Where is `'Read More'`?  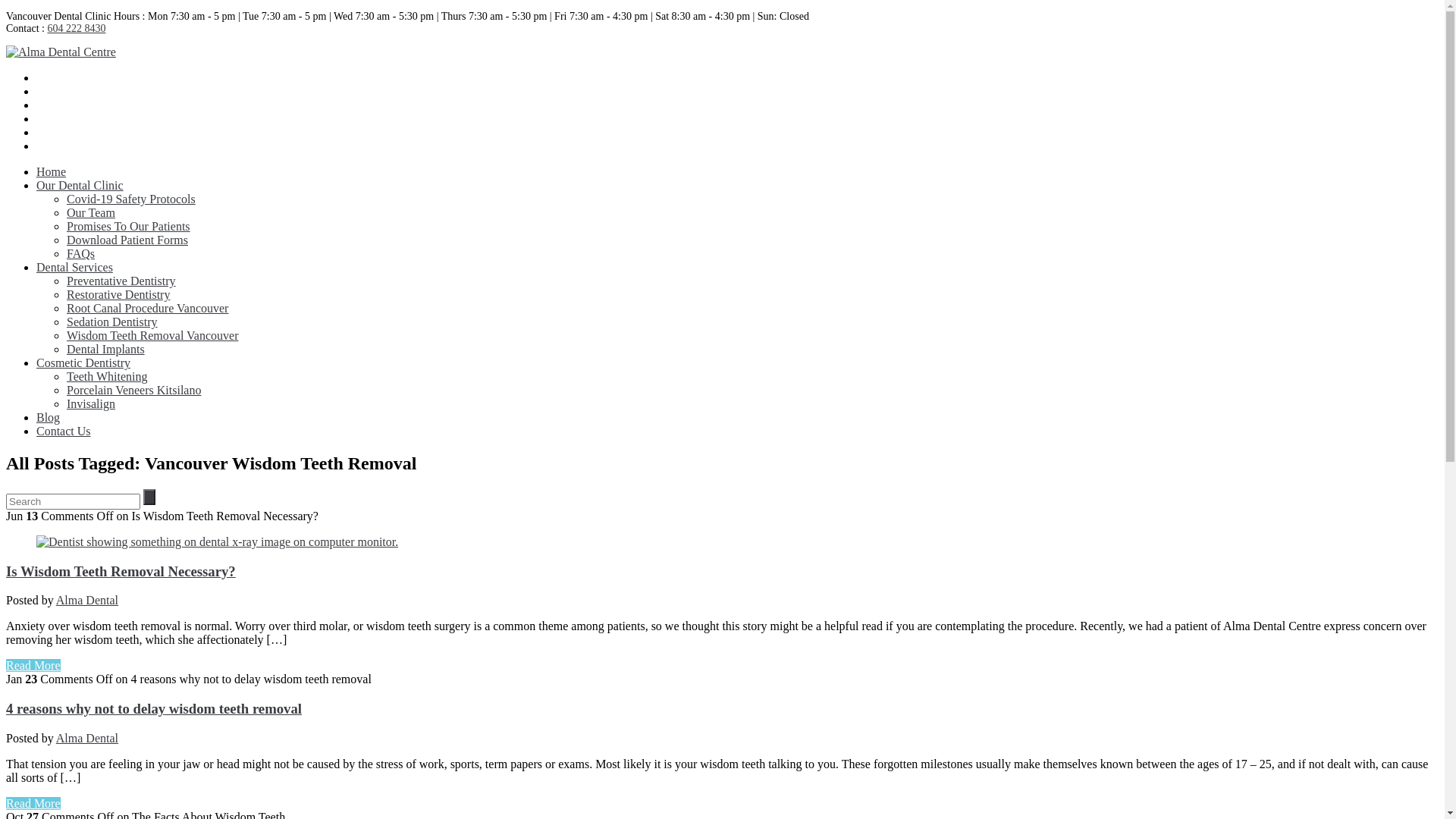 'Read More' is located at coordinates (6, 664).